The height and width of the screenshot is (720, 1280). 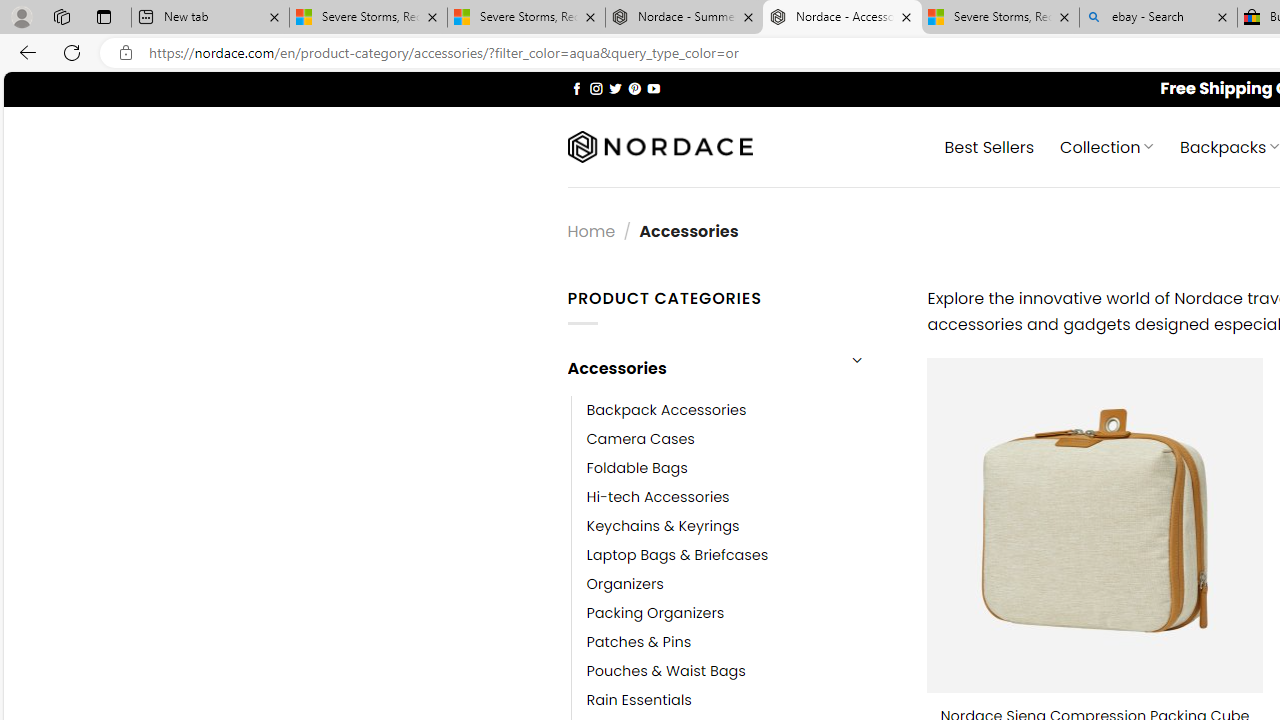 I want to click on 'Patches & Pins', so click(x=638, y=642).